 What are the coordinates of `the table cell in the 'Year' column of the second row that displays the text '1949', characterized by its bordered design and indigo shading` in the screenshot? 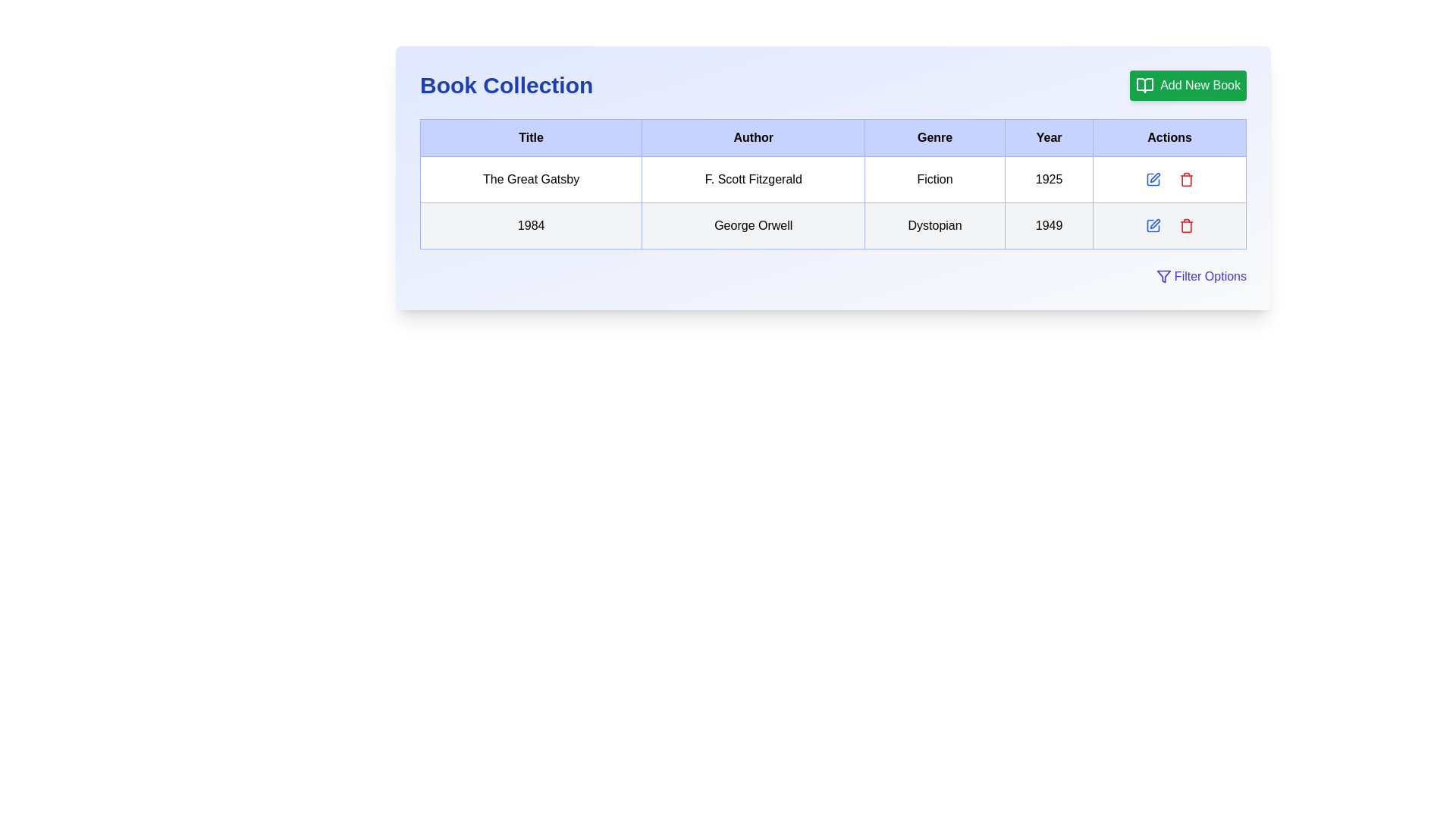 It's located at (1048, 225).